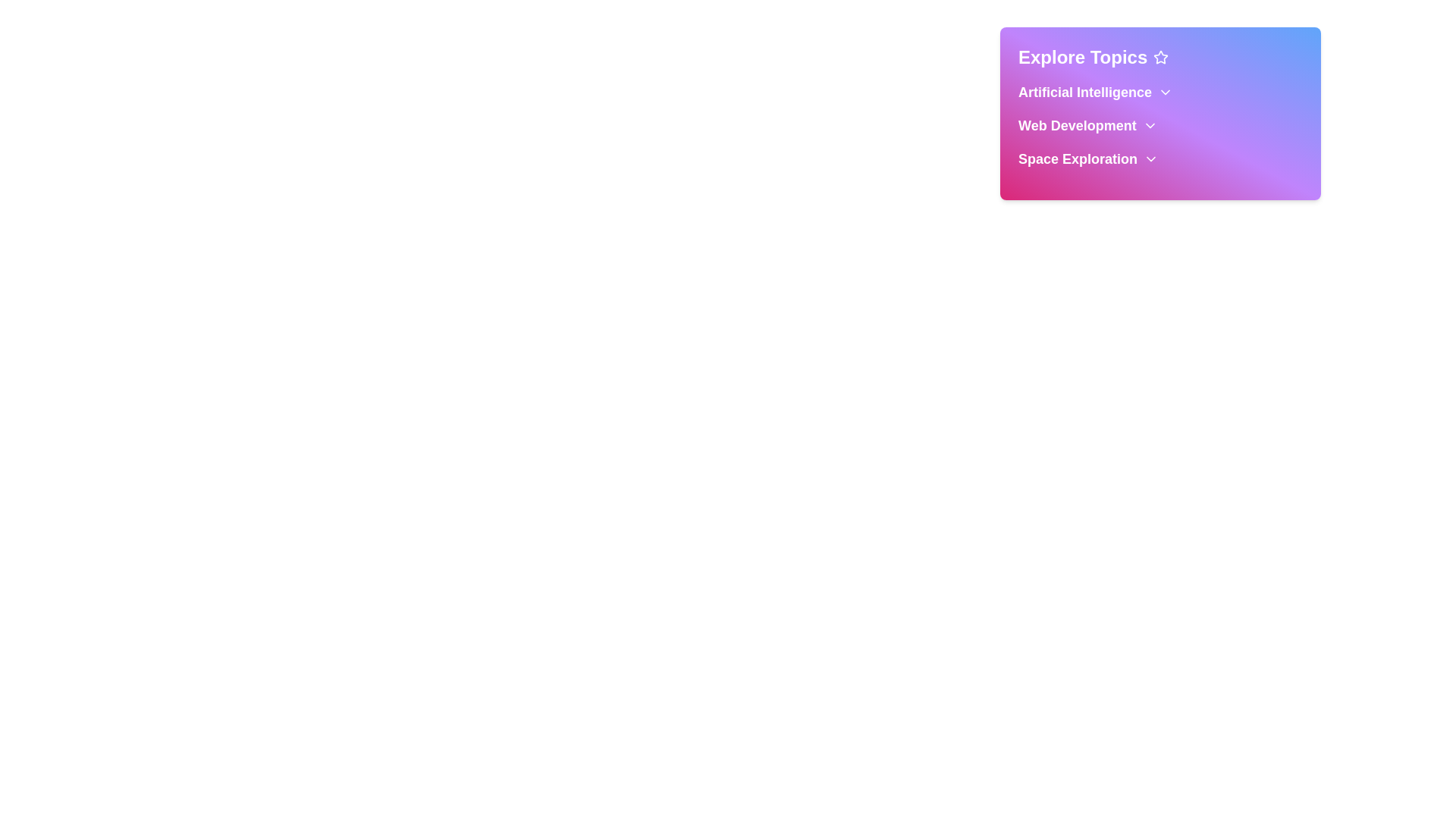 This screenshot has width=1456, height=819. I want to click on the 'Artificial Intelligence' dropdown selector located, so click(1159, 93).